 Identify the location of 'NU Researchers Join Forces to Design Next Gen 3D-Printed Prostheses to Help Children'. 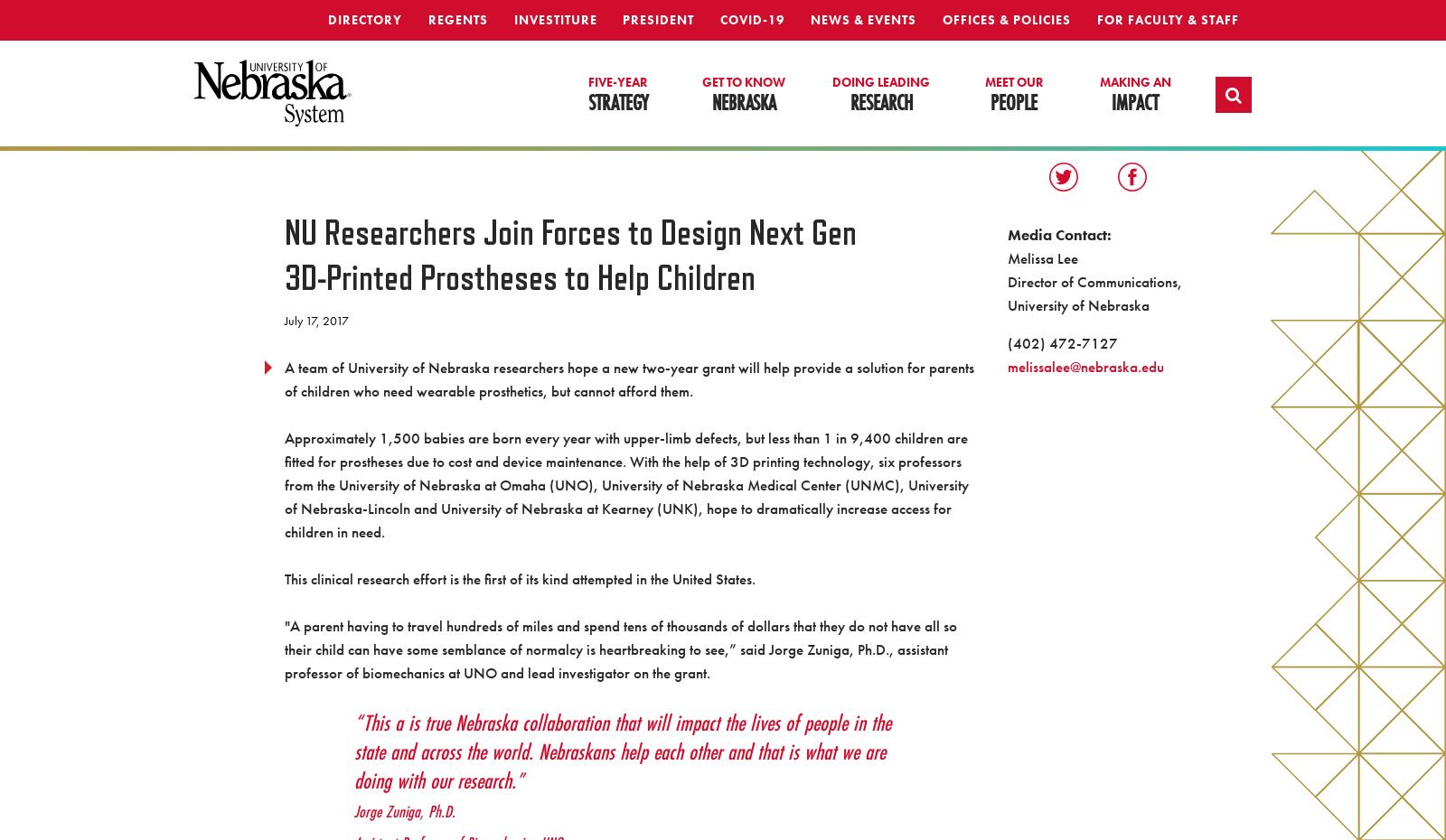
(569, 254).